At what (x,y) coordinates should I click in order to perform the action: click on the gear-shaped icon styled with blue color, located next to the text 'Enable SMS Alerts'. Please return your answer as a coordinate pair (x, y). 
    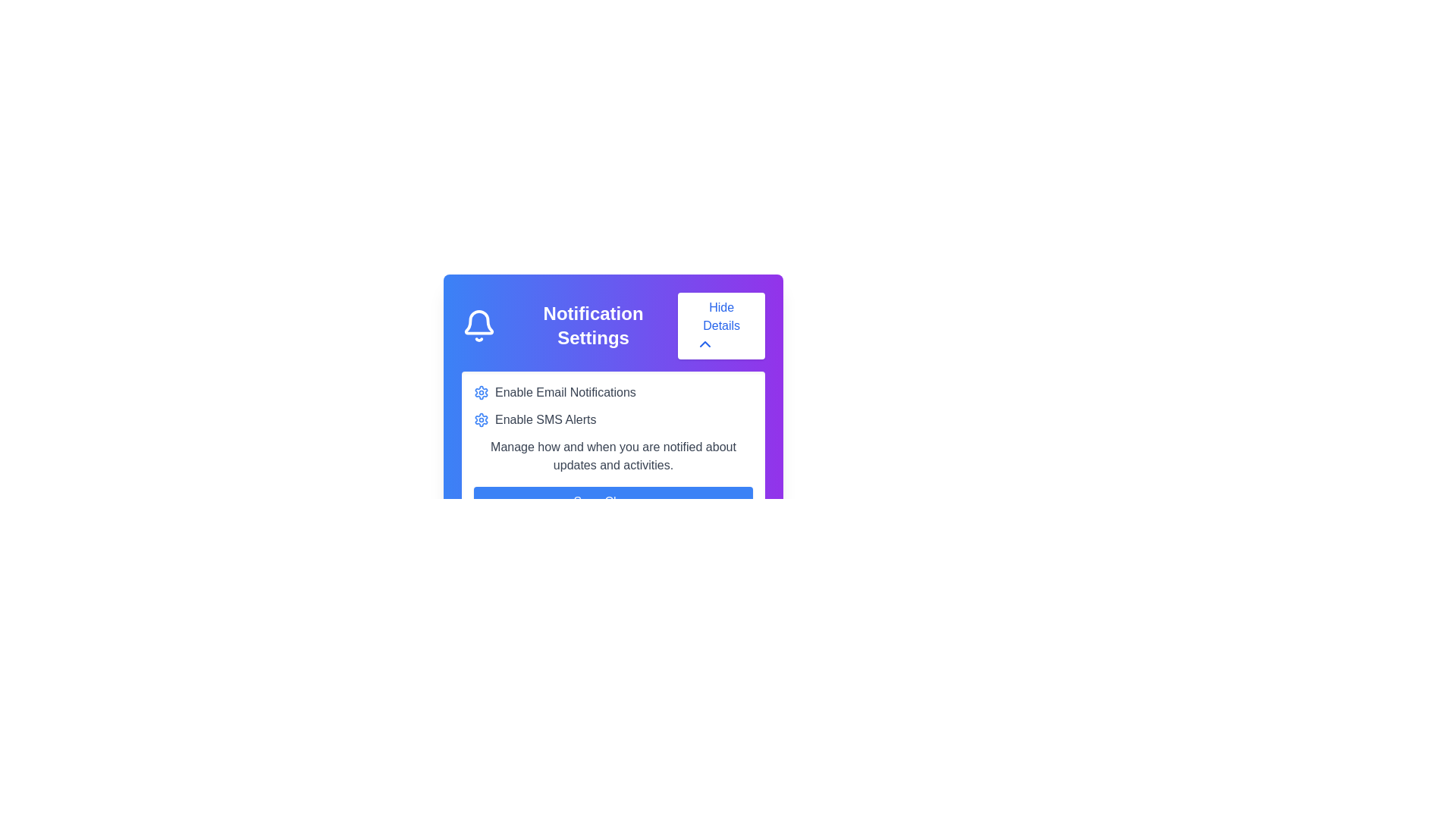
    Looking at the image, I should click on (480, 420).